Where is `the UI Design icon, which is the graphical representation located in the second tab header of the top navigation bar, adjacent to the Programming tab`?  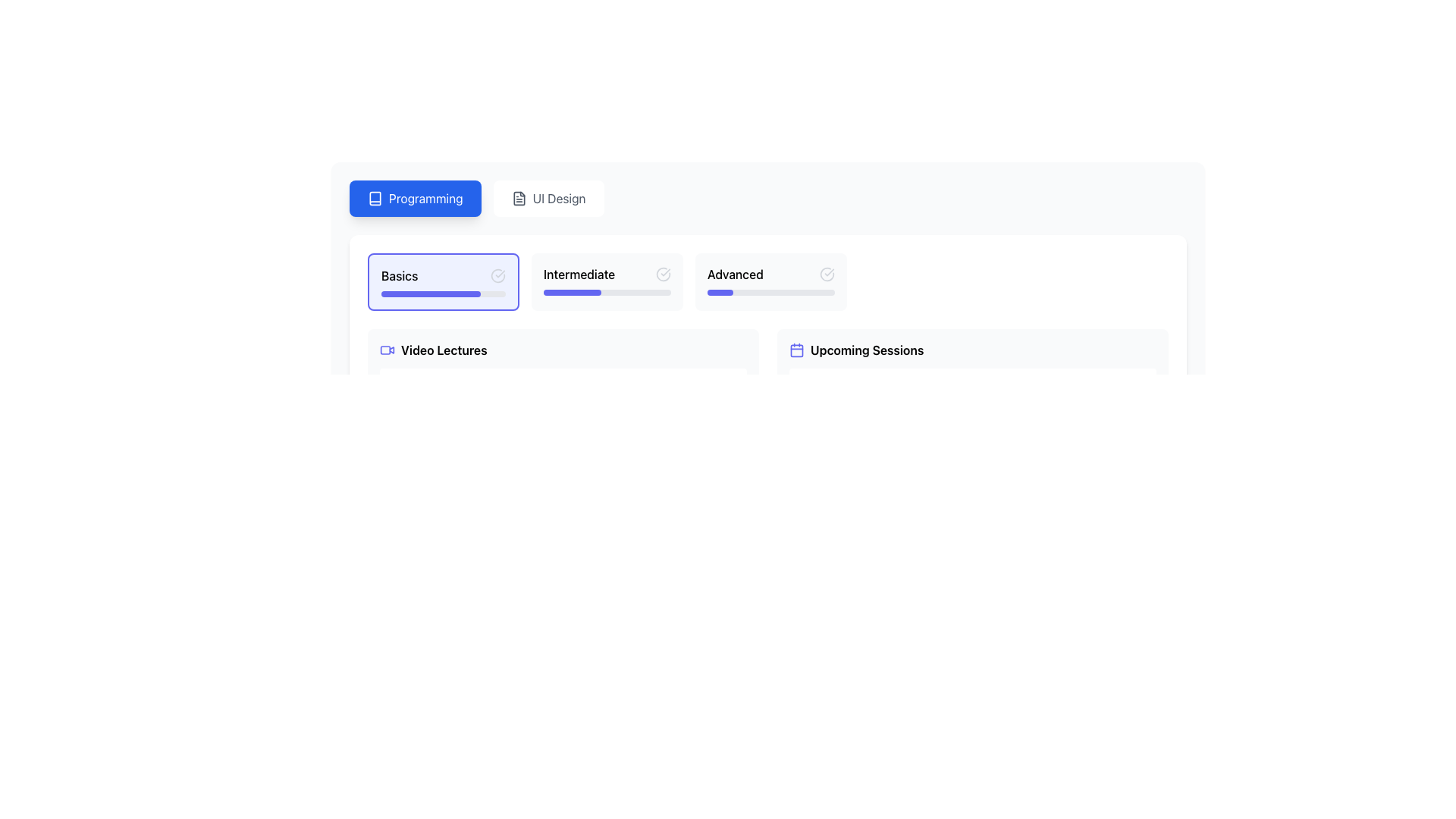
the UI Design icon, which is the graphical representation located in the second tab header of the top navigation bar, adjacent to the Programming tab is located at coordinates (519, 198).